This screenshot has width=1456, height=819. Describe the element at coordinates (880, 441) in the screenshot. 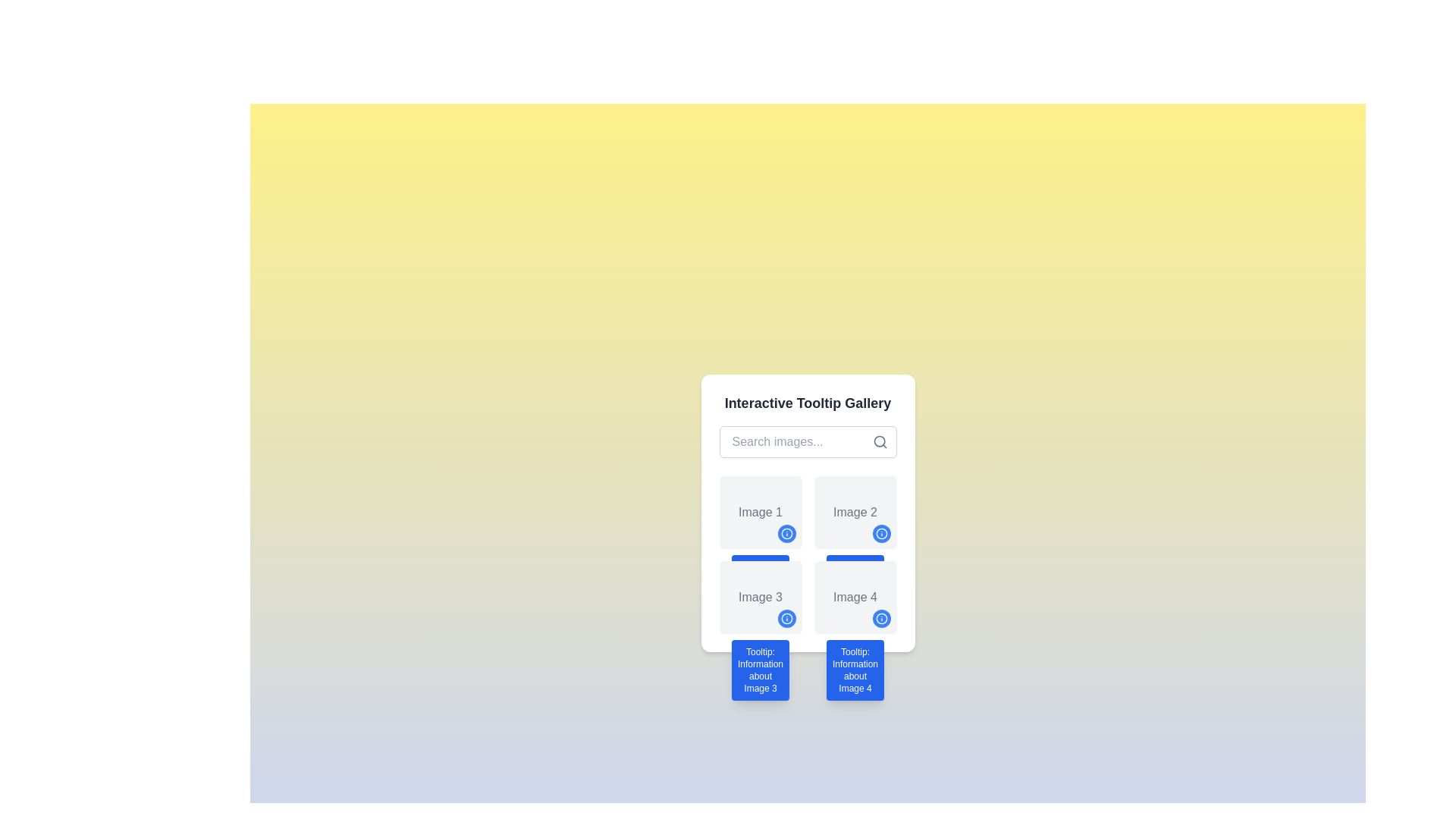

I see `the search icon, which is a gray magnifying glass located near the right edge of the search input bar in the 'Interactive Tooltip Gallery'` at that location.